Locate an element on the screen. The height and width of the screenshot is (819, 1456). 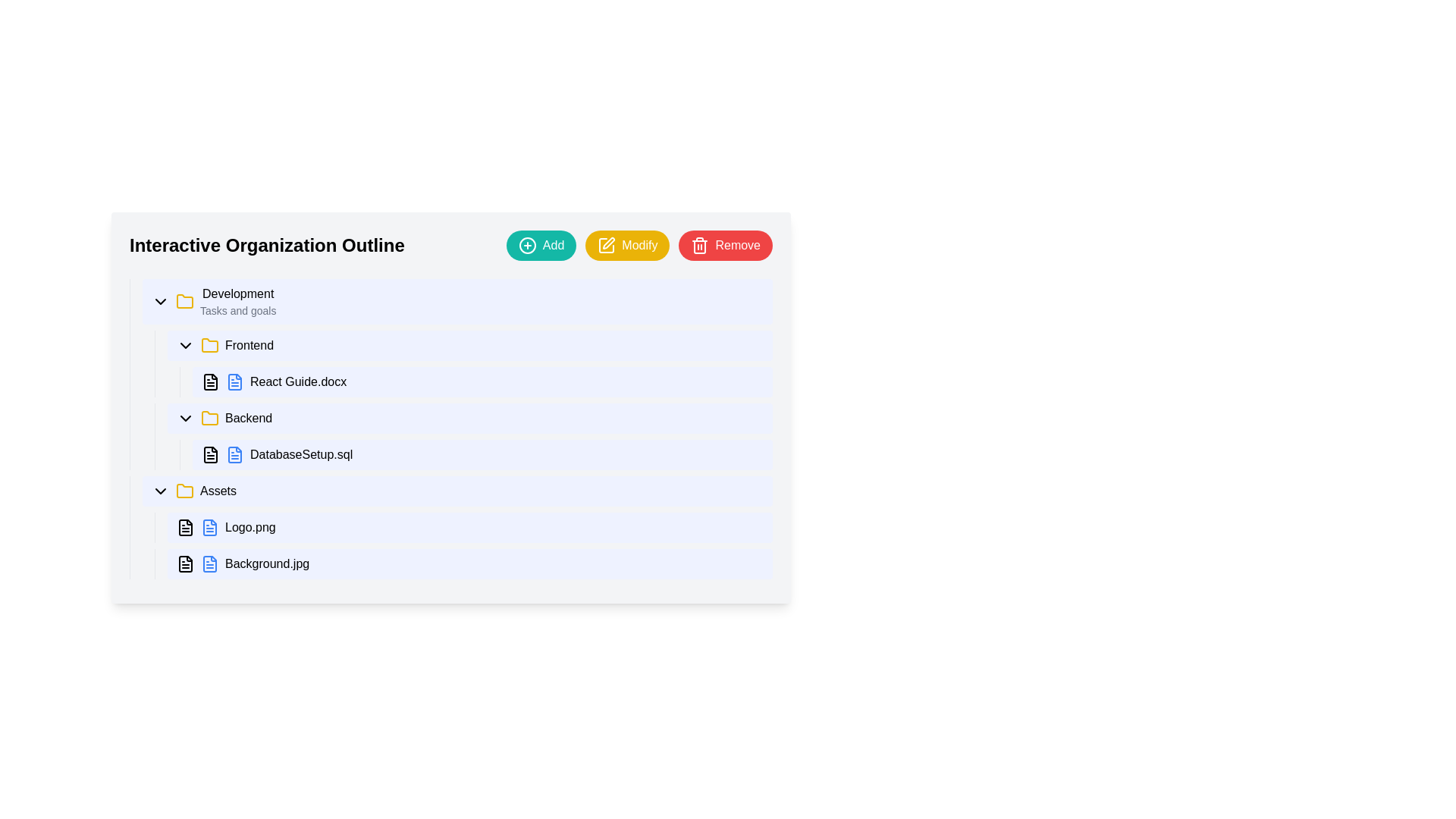
the chevron icon located to the left of the 'Frontend' text is located at coordinates (184, 345).